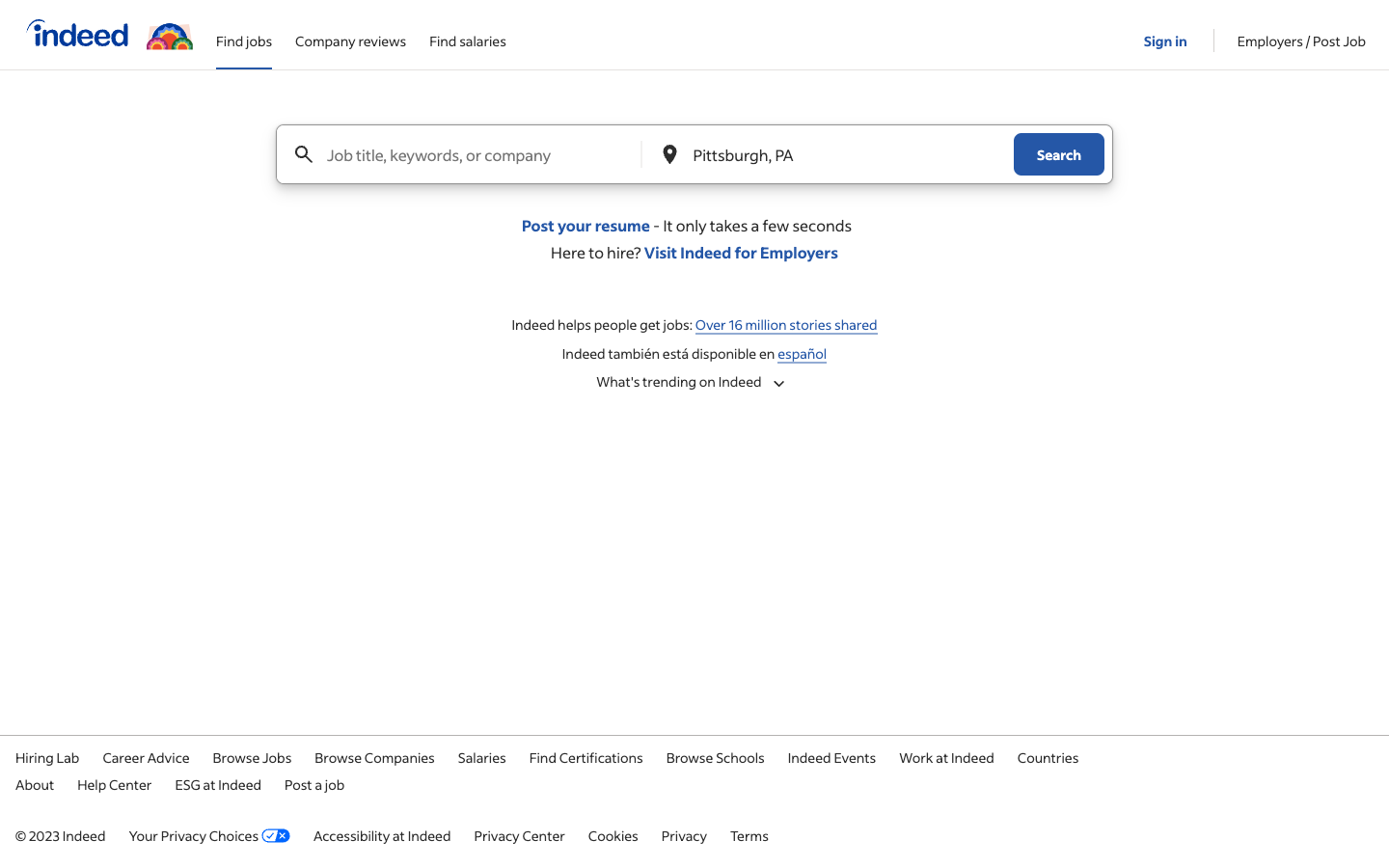 Image resolution: width=1389 pixels, height=868 pixels. Describe the element at coordinates (694, 381) in the screenshot. I see `Locate the popular jobs section on Indeed` at that location.